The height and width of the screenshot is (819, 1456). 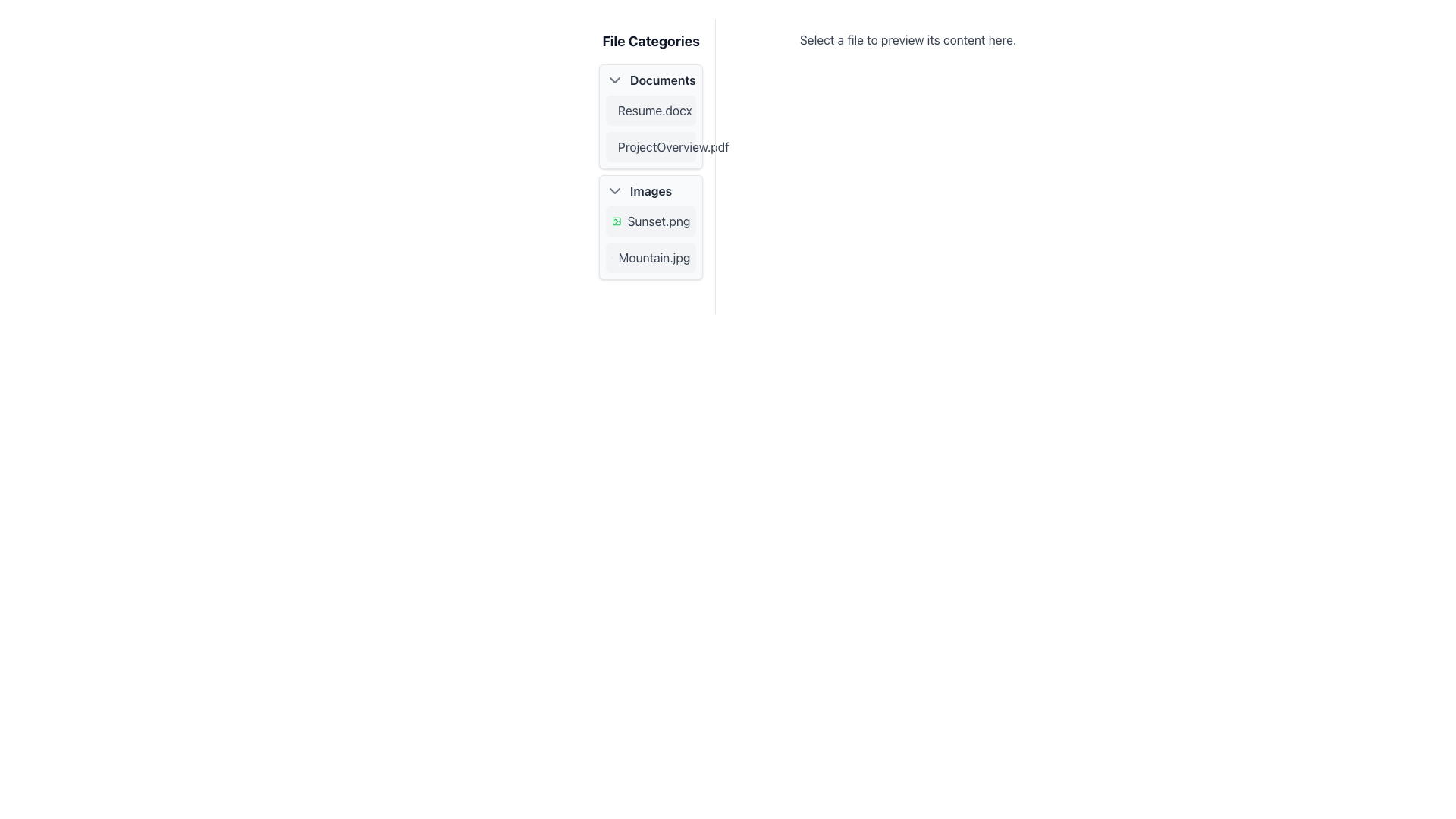 What do you see at coordinates (651, 110) in the screenshot?
I see `the file name 'Resume.docx' in the Documents section` at bounding box center [651, 110].